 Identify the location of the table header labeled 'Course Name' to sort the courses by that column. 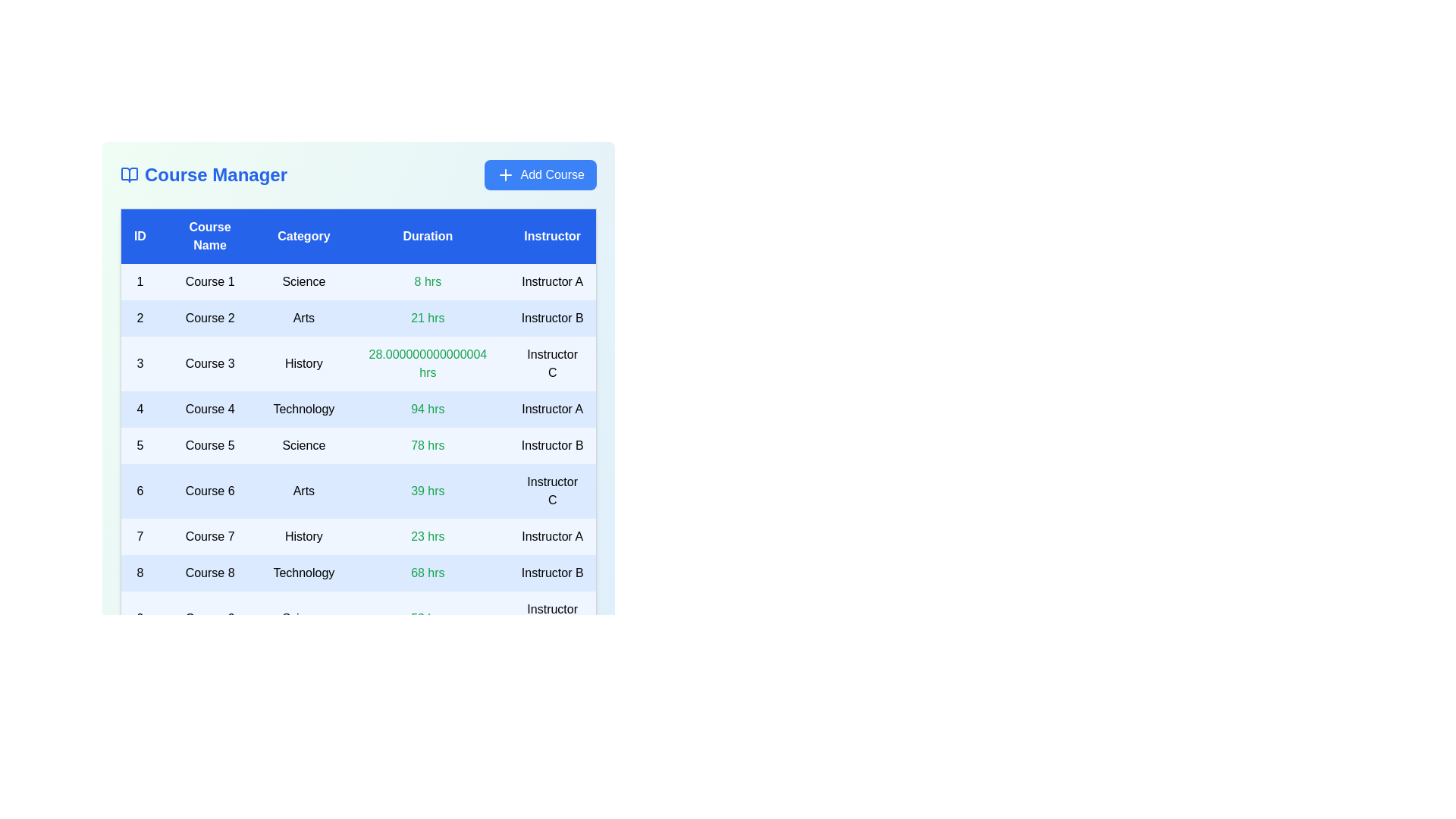
(209, 236).